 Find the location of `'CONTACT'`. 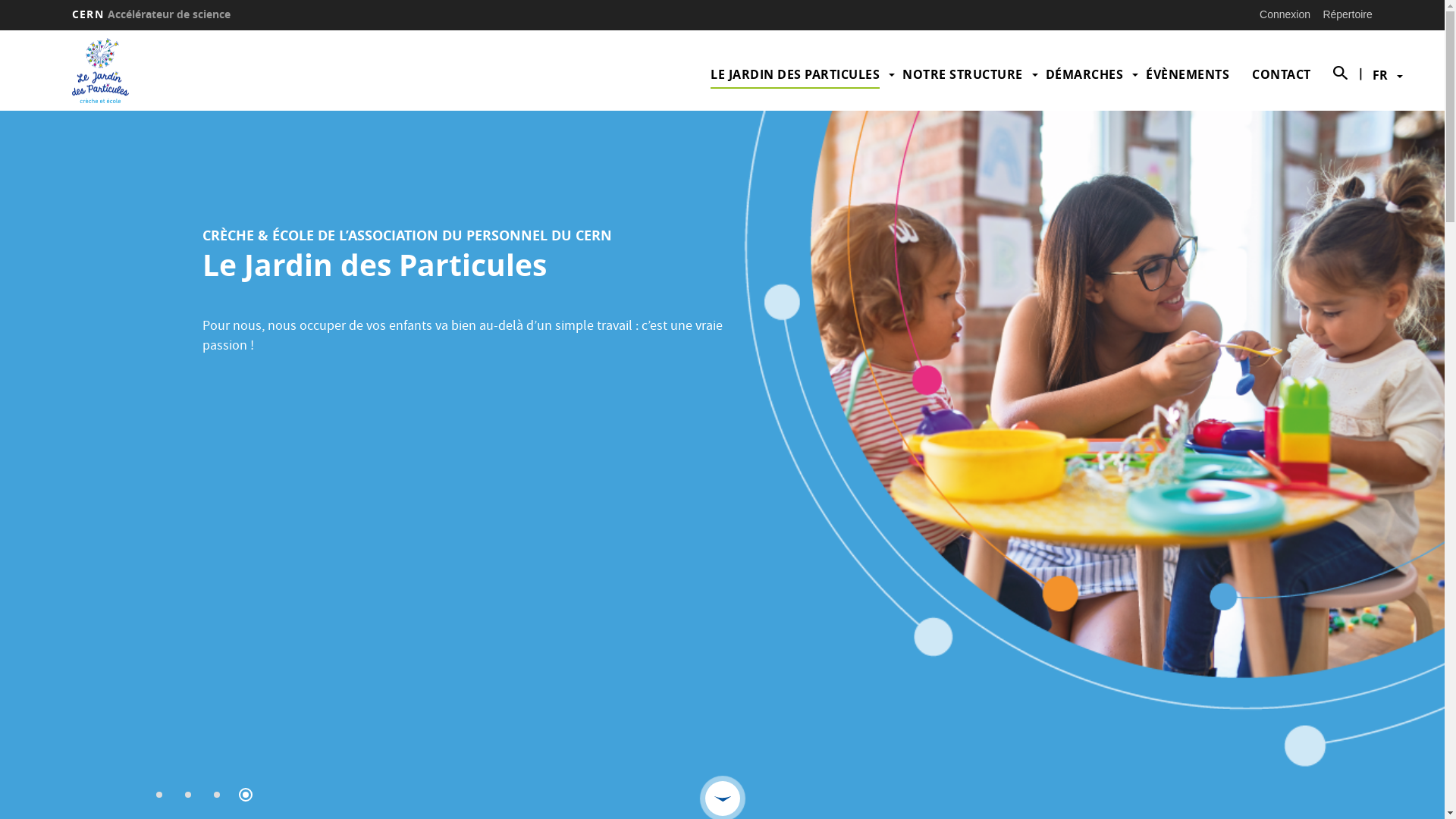

'CONTACT' is located at coordinates (1252, 74).